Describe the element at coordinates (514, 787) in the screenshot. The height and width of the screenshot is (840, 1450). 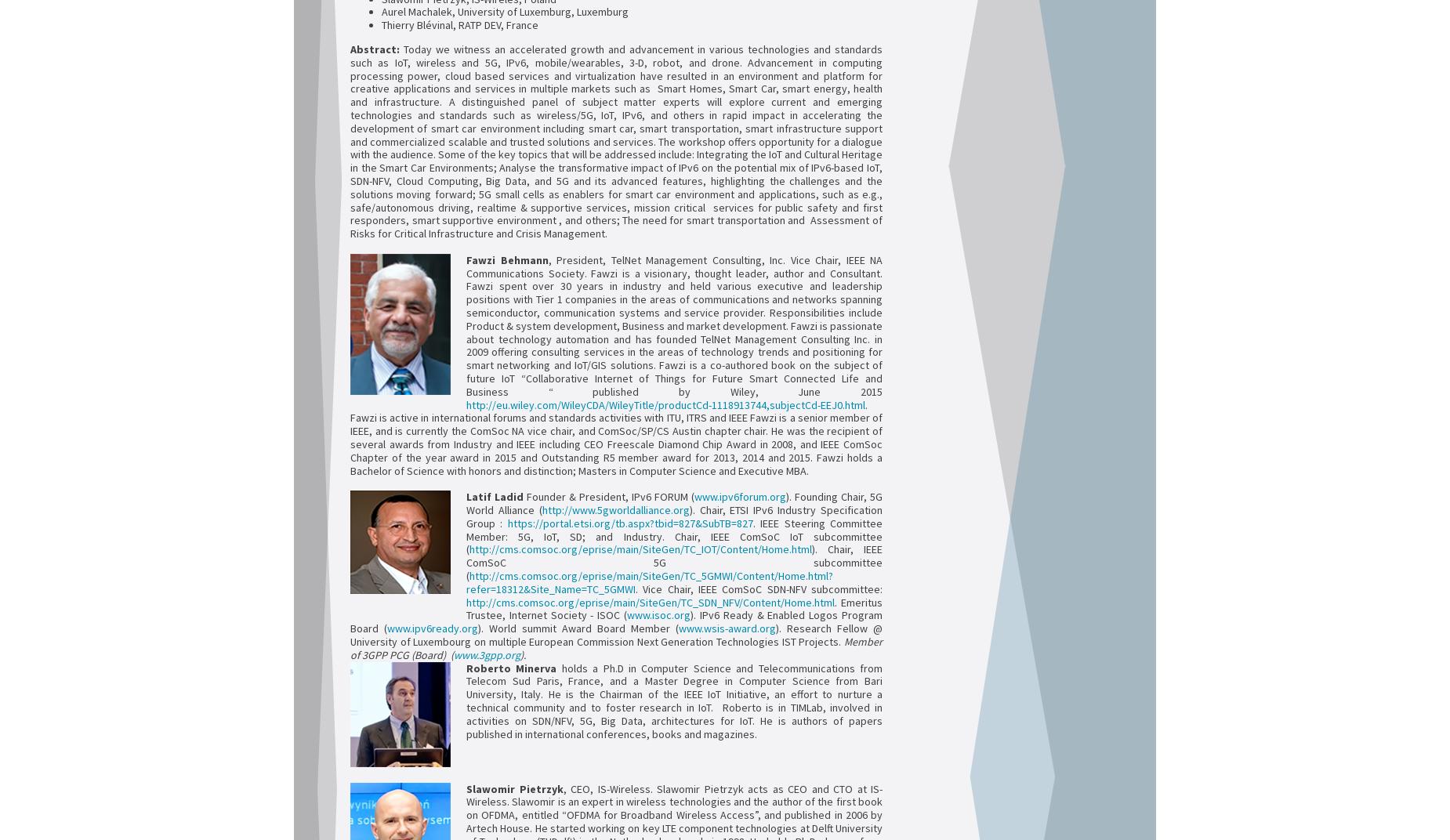
I see `'Slawomir Pietrzyk'` at that location.